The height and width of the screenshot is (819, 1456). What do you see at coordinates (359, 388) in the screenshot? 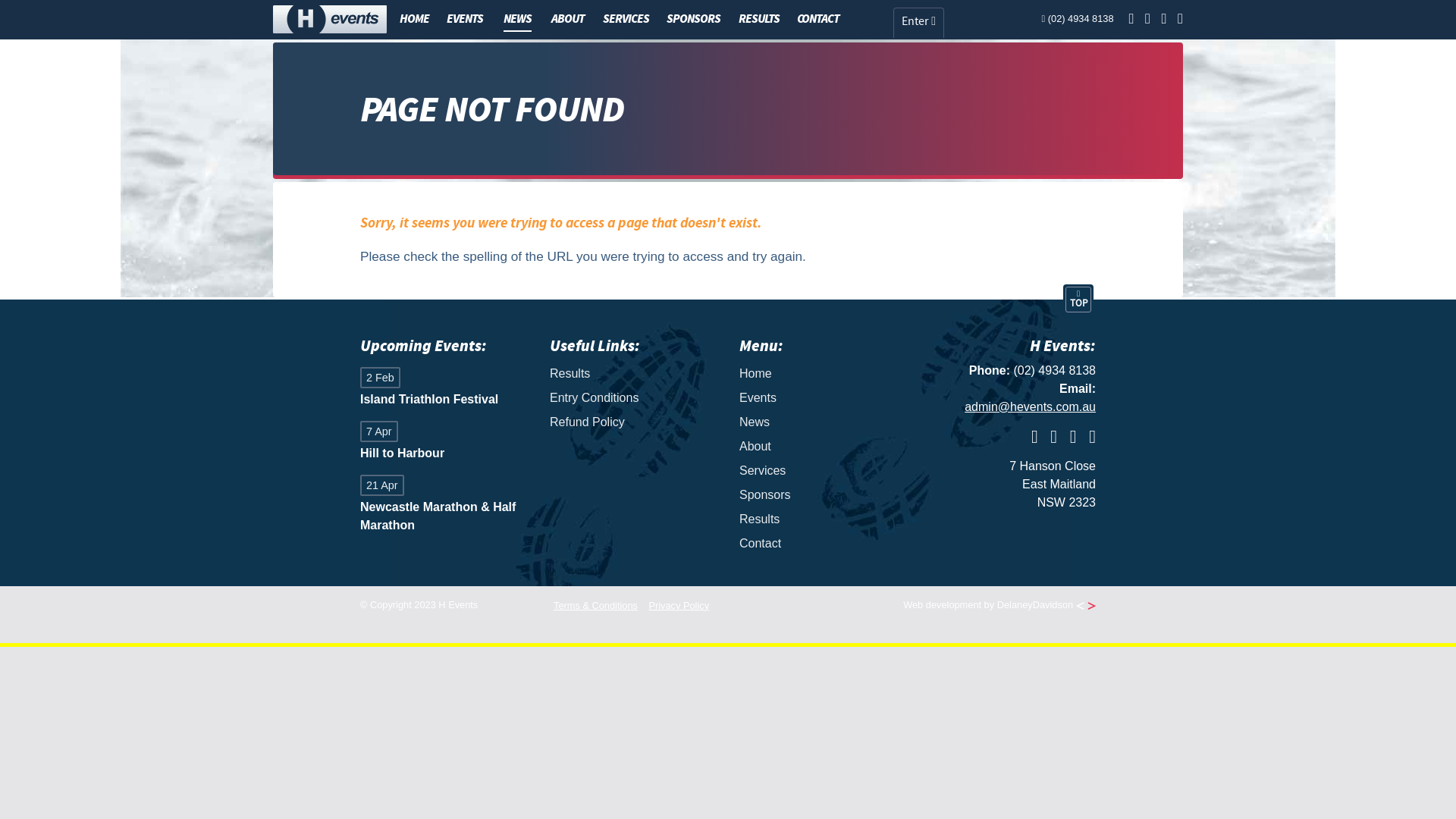
I see `'2 Feb` at bounding box center [359, 388].